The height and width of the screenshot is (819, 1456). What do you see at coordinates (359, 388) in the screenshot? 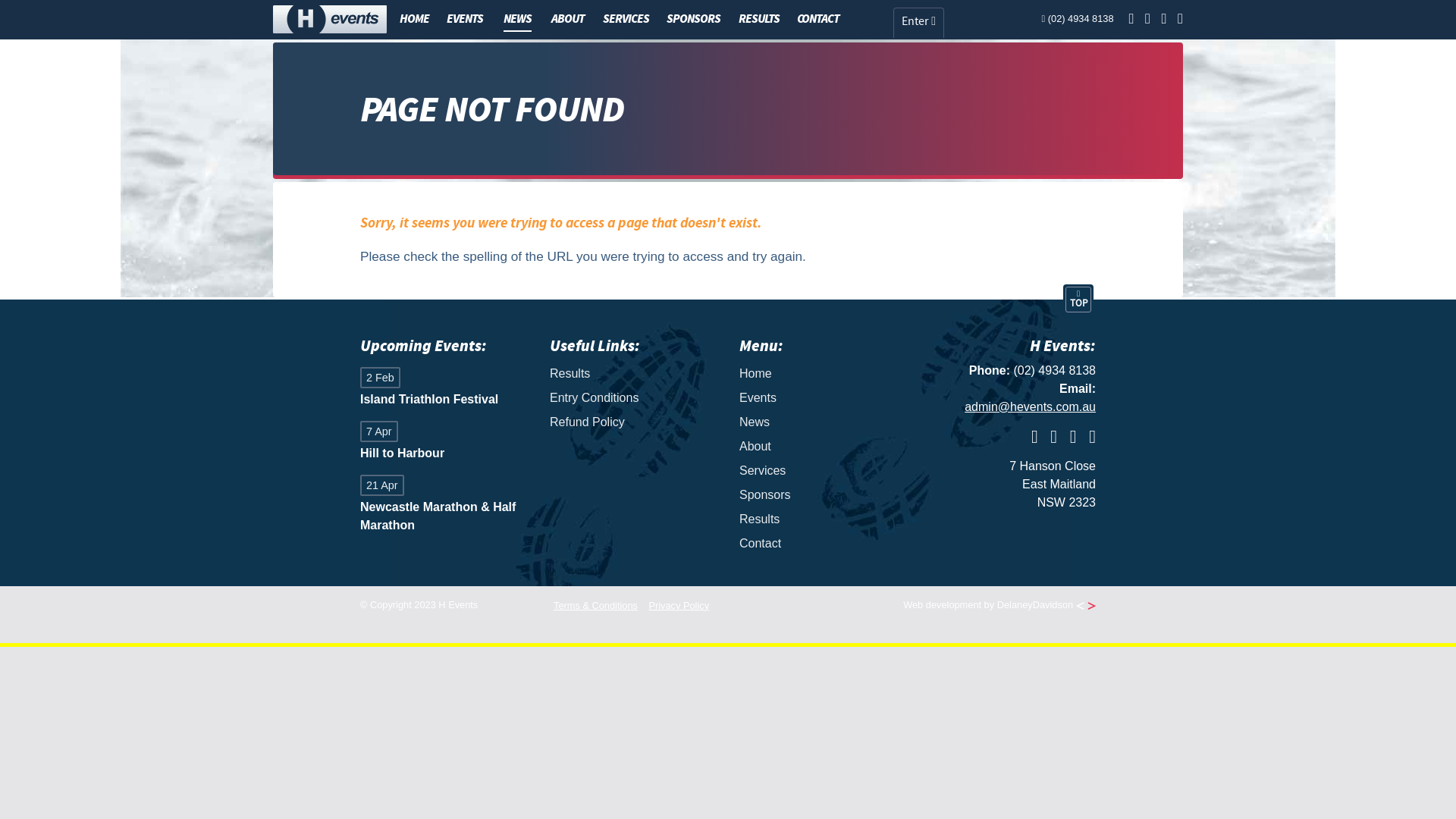
I see `'2 Feb` at bounding box center [359, 388].